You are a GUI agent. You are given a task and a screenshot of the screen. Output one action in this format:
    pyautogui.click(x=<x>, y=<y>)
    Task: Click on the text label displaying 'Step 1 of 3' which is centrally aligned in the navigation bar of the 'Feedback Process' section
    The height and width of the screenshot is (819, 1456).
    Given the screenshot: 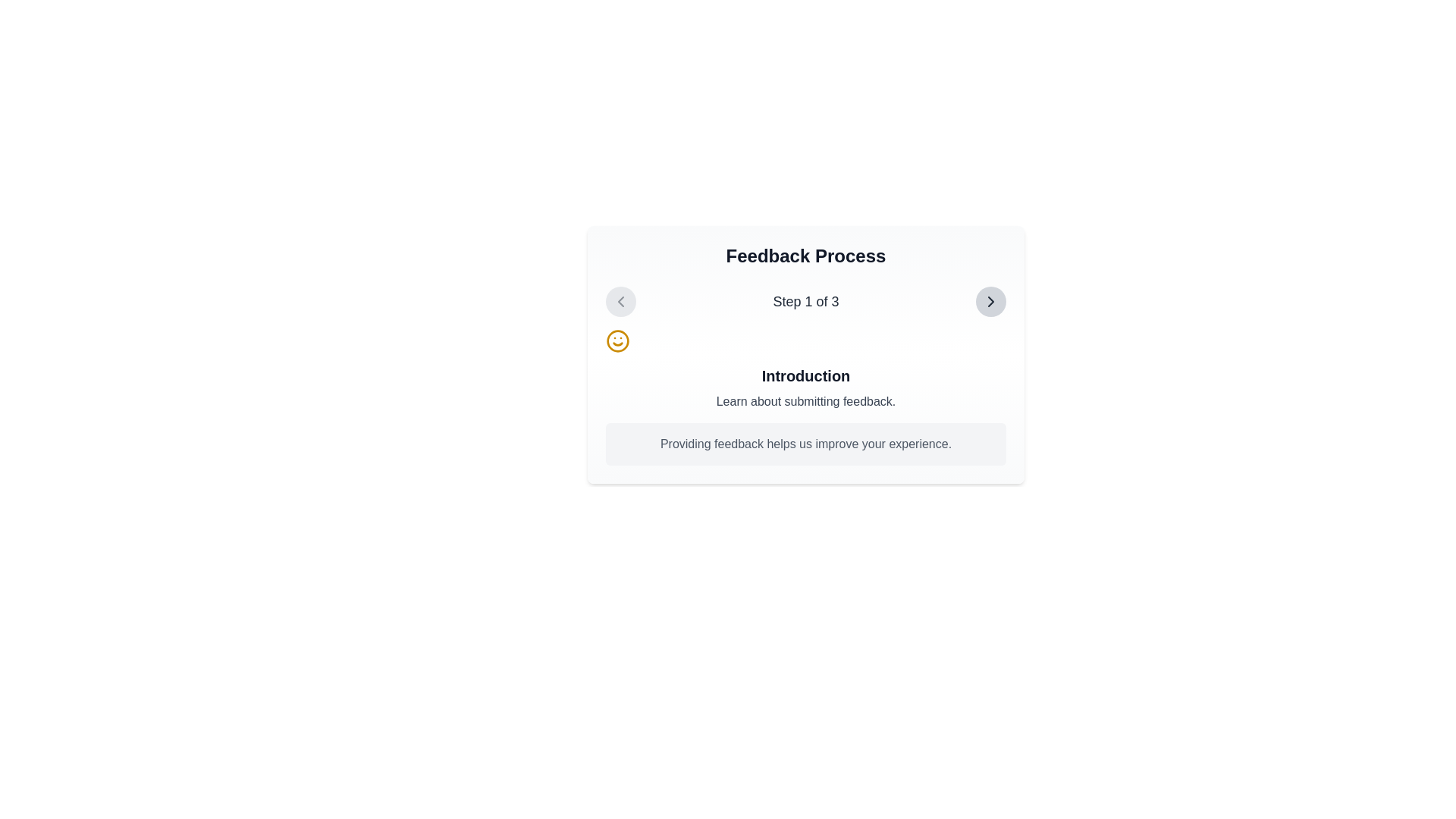 What is the action you would take?
    pyautogui.click(x=805, y=301)
    